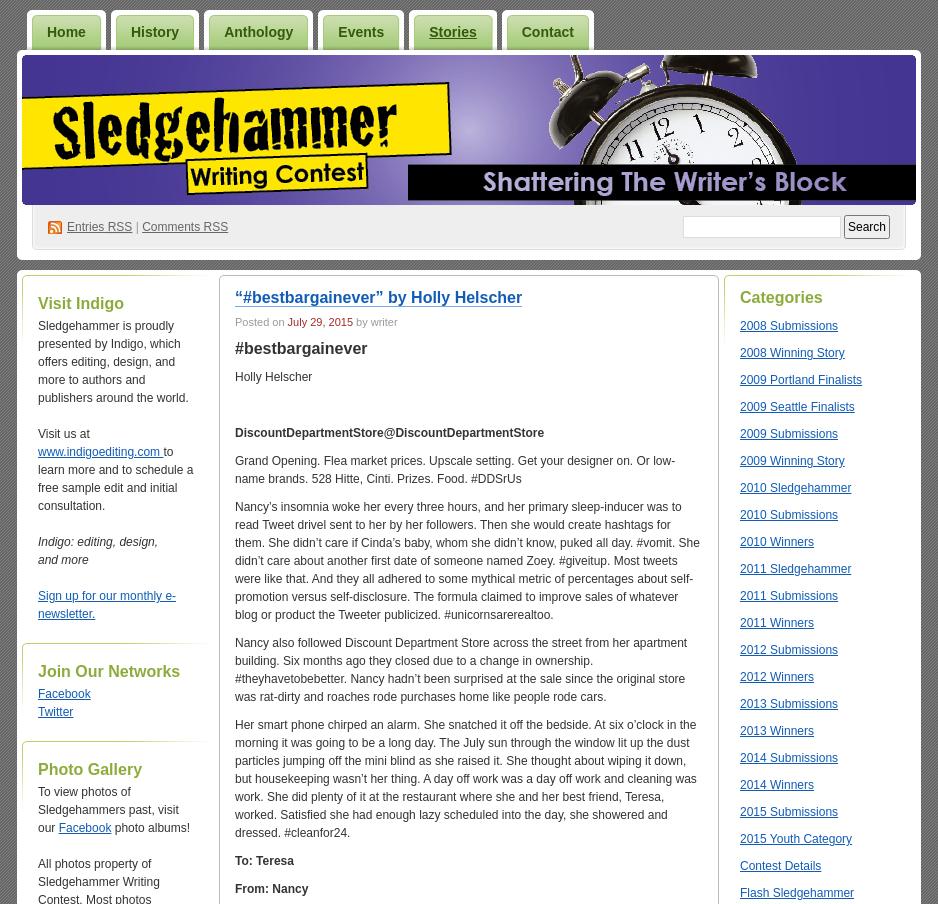 Image resolution: width=938 pixels, height=904 pixels. Describe the element at coordinates (262, 860) in the screenshot. I see `'To: Teresa'` at that location.